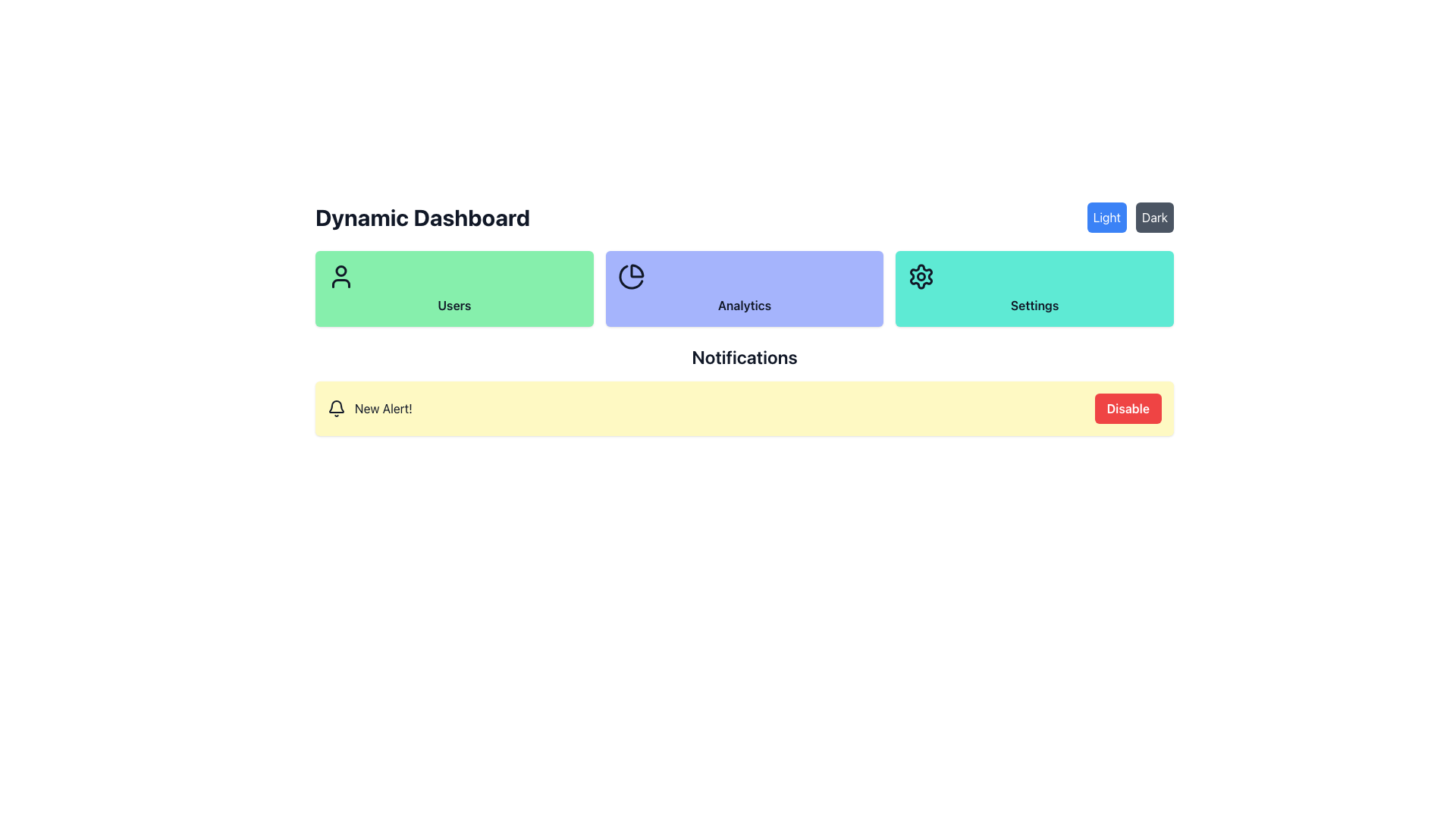  Describe the element at coordinates (340, 277) in the screenshot. I see `the user profile icon displayed in a rounded line art style with a circular head and semi-circular shoulder outline, located within the green background box labeled 'Users'` at that location.